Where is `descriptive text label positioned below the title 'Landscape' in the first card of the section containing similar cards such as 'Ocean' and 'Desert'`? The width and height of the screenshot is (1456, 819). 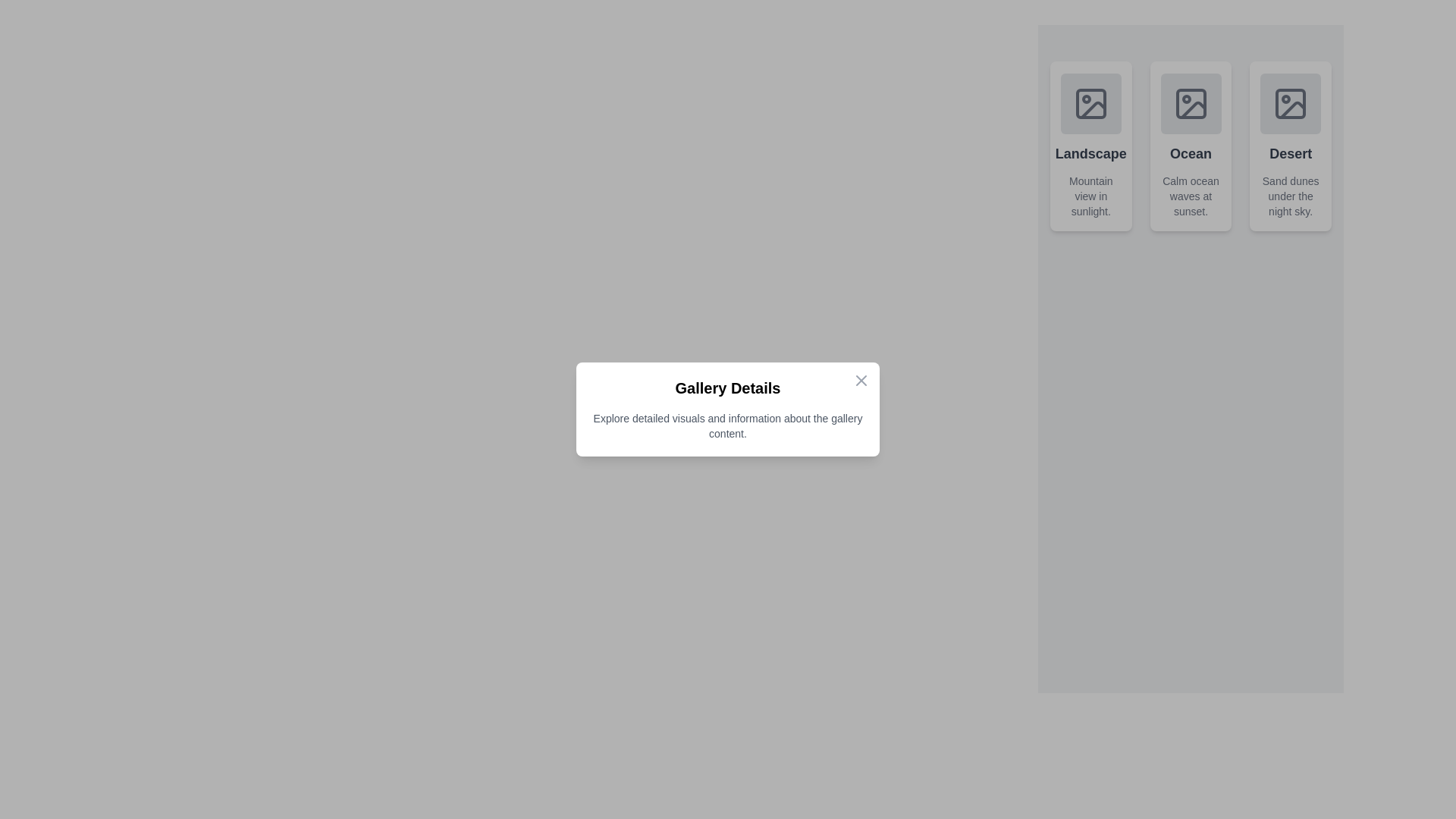 descriptive text label positioned below the title 'Landscape' in the first card of the section containing similar cards such as 'Ocean' and 'Desert' is located at coordinates (1090, 195).